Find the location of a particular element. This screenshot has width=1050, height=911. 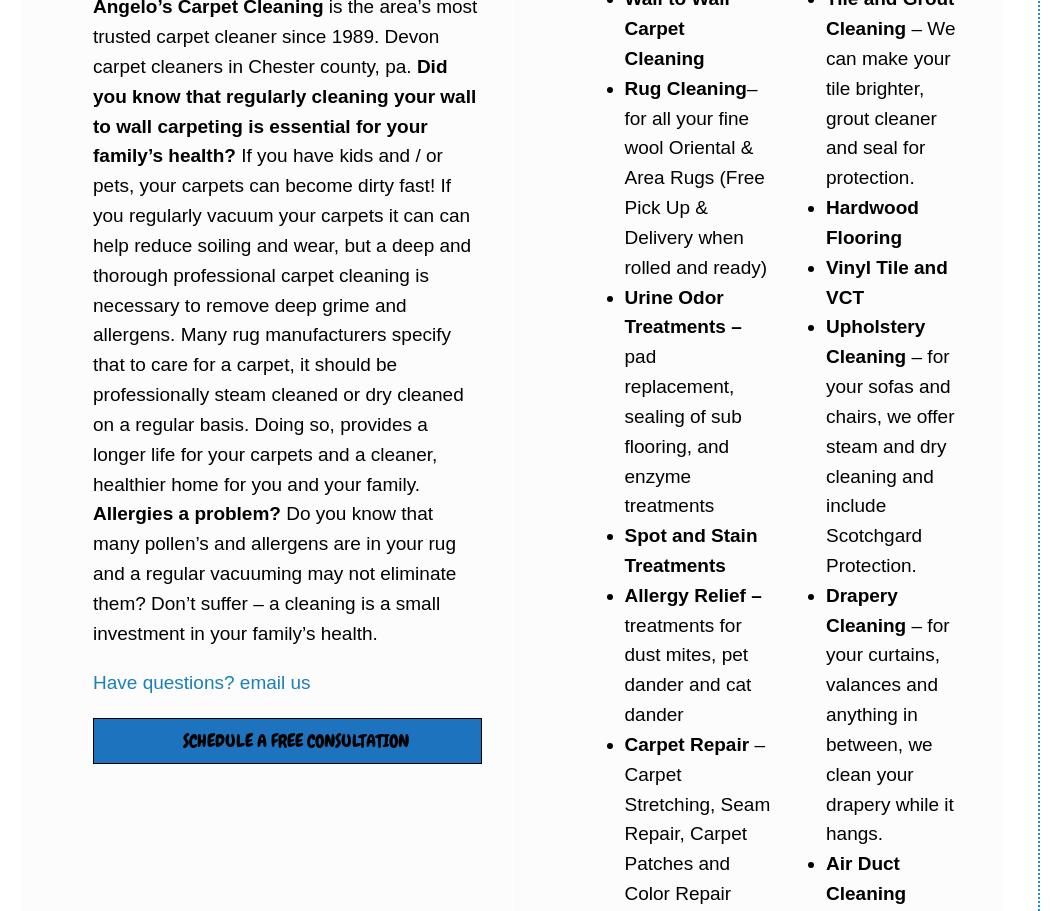

'Schedule a FREE Consultation' is located at coordinates (294, 739).